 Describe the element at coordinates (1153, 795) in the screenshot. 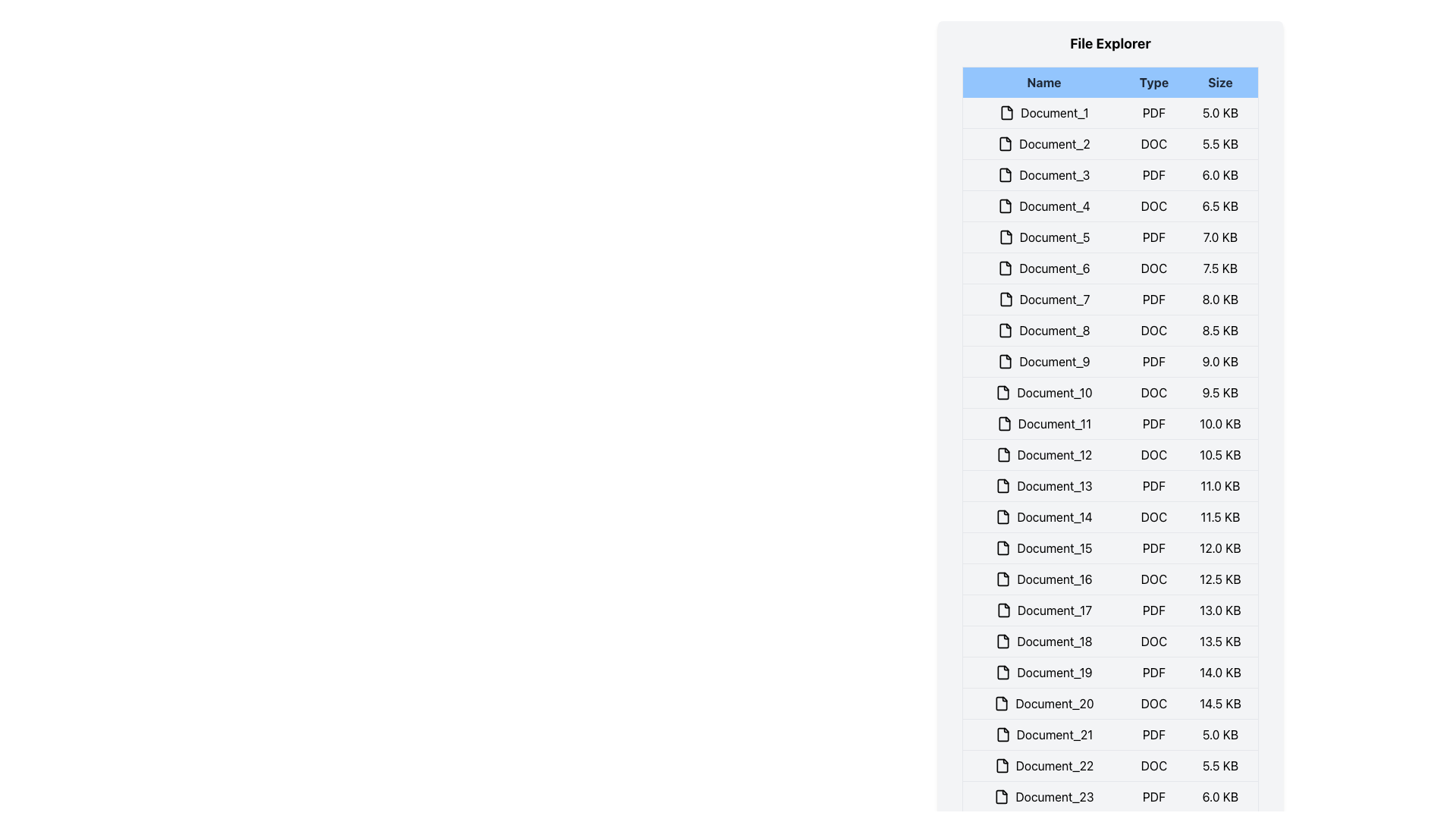

I see `the text label displaying 'PDF' in uppercase letters, located in the 'Type' column of the row labeled 'Document_23'` at that location.